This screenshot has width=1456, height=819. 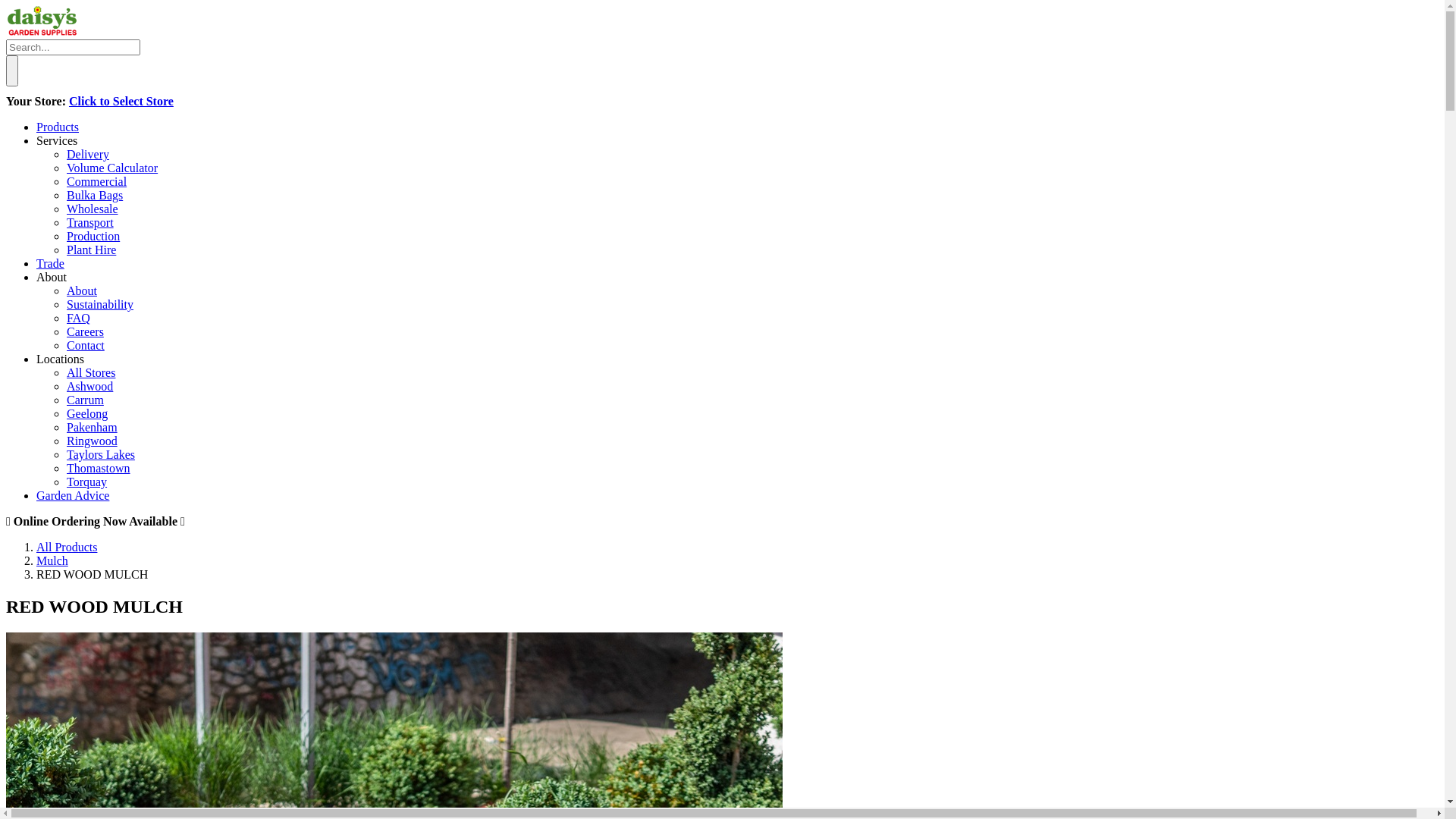 I want to click on 'Carrum', so click(x=84, y=399).